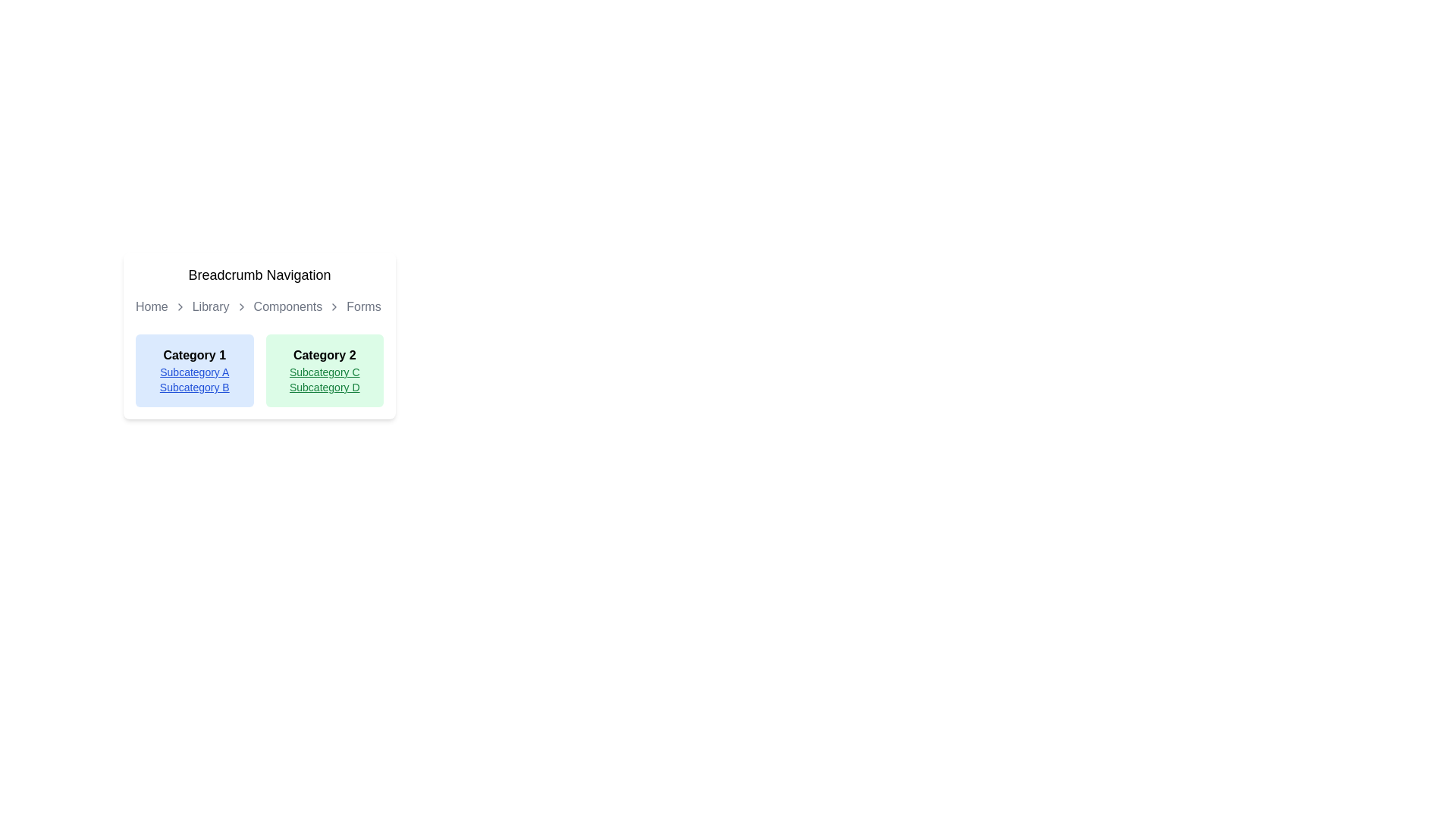 The height and width of the screenshot is (819, 1456). What do you see at coordinates (180, 307) in the screenshot?
I see `the 'chevron right' SVG icon in the breadcrumb navigation, which visually separates 'Home' and 'Library' text elements` at bounding box center [180, 307].